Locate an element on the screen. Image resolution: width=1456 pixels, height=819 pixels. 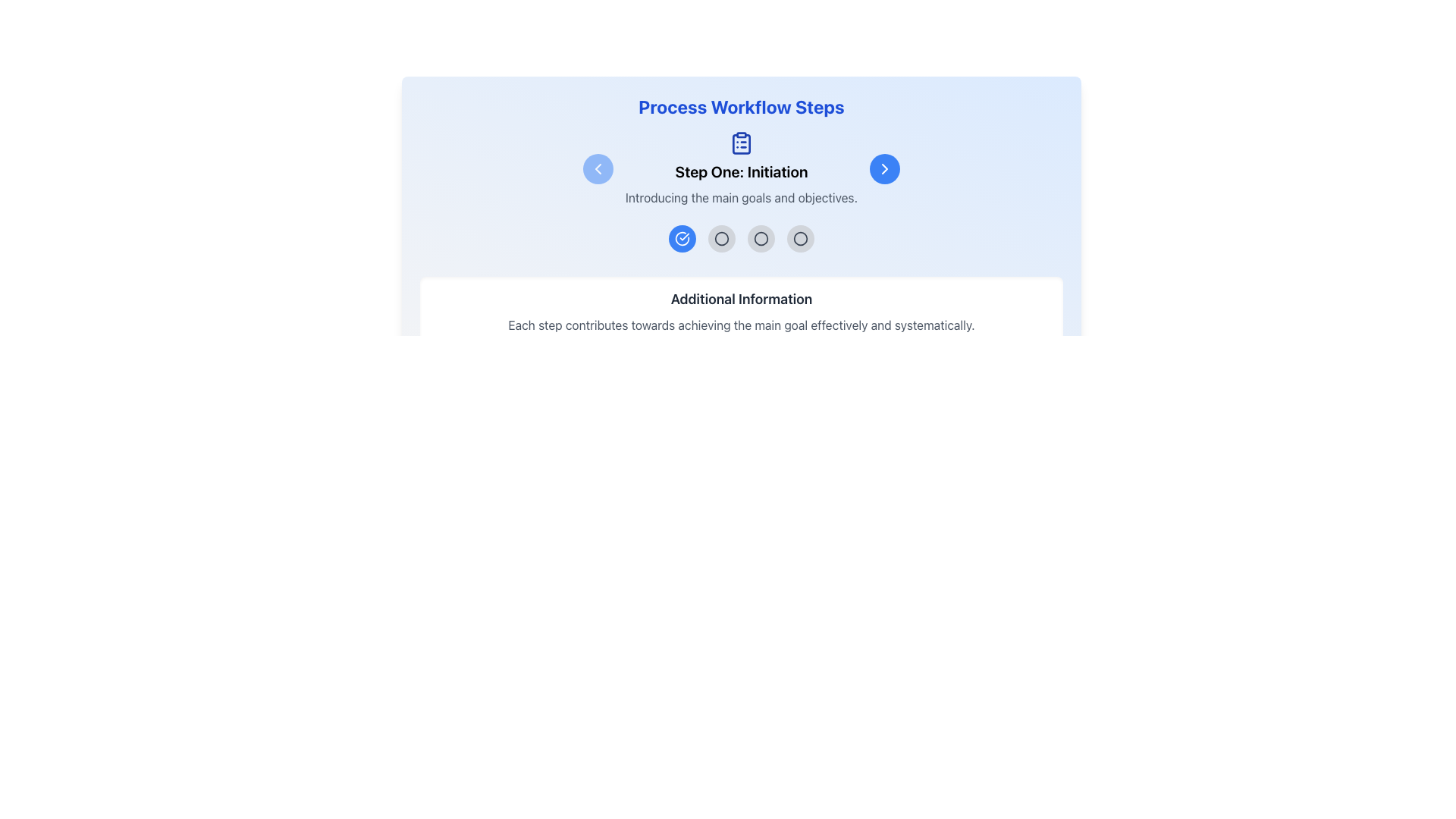
the descriptive text element that introduces 'Step One: Initiation', which is centrally aligned and positioned directly beneath the header and clipboard icon is located at coordinates (742, 197).